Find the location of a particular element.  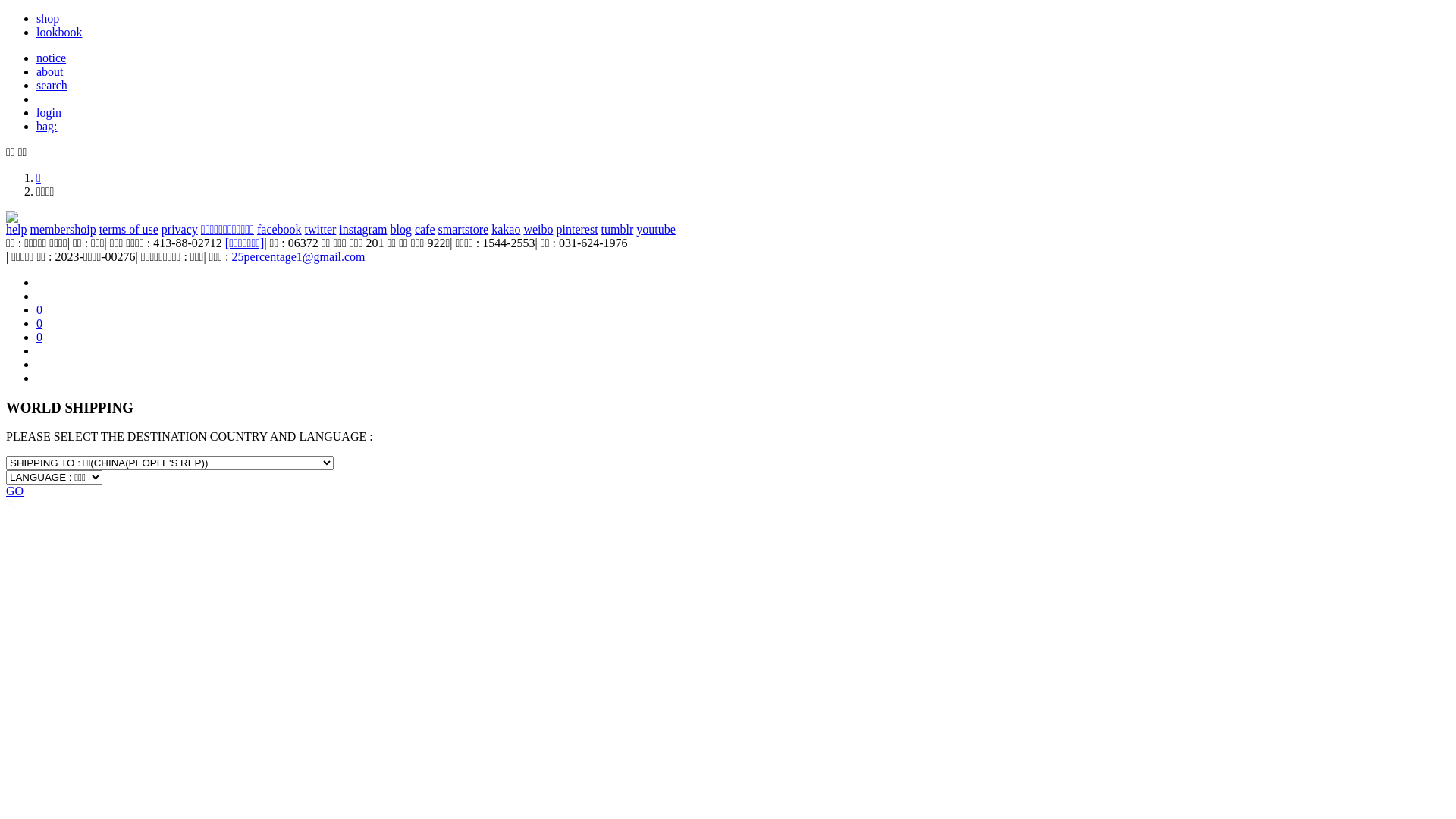

'GO' is located at coordinates (14, 491).